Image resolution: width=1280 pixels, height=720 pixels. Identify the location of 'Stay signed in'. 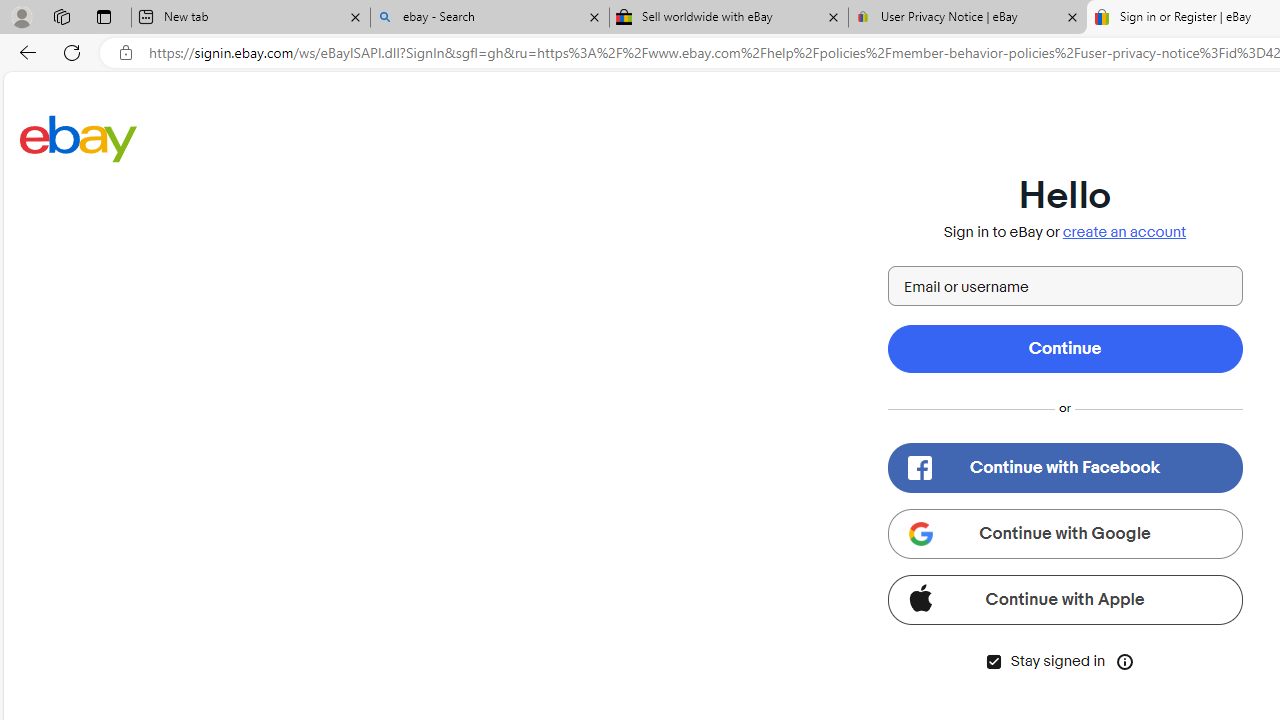
(993, 661).